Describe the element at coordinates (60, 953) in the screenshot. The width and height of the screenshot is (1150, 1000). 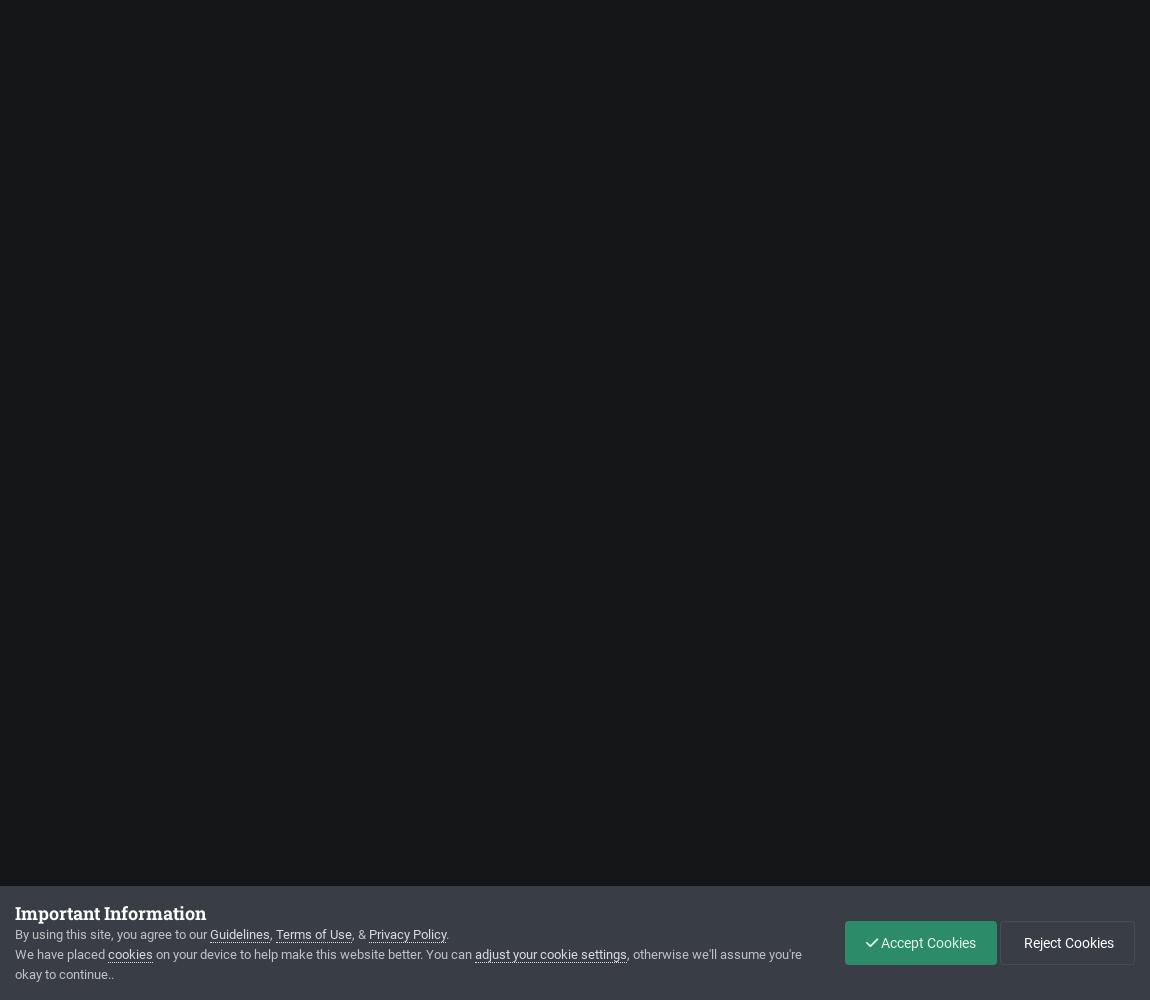
I see `'We have placed'` at that location.